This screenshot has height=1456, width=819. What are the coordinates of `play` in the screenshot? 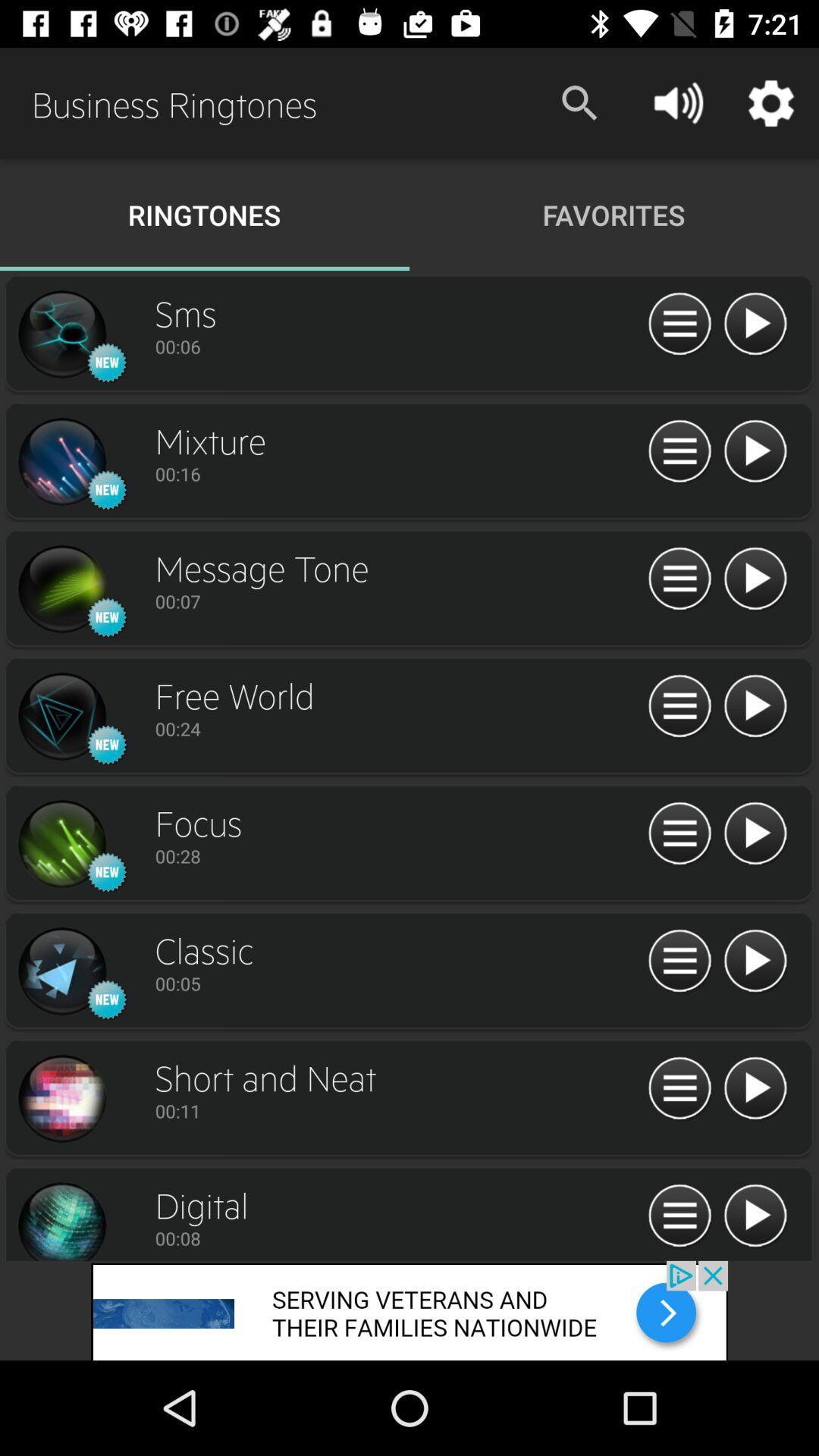 It's located at (755, 579).